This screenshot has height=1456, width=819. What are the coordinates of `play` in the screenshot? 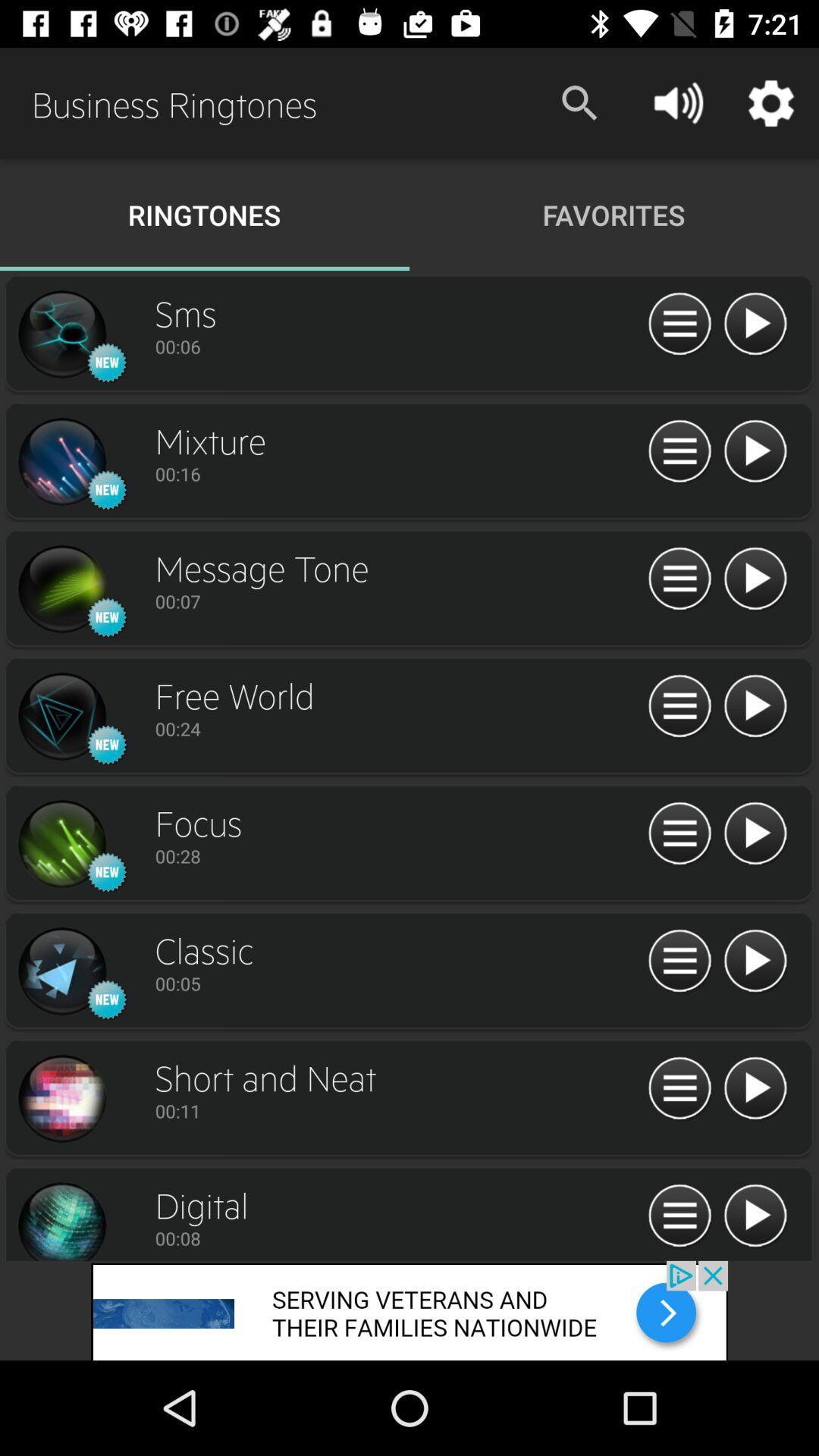 It's located at (755, 579).